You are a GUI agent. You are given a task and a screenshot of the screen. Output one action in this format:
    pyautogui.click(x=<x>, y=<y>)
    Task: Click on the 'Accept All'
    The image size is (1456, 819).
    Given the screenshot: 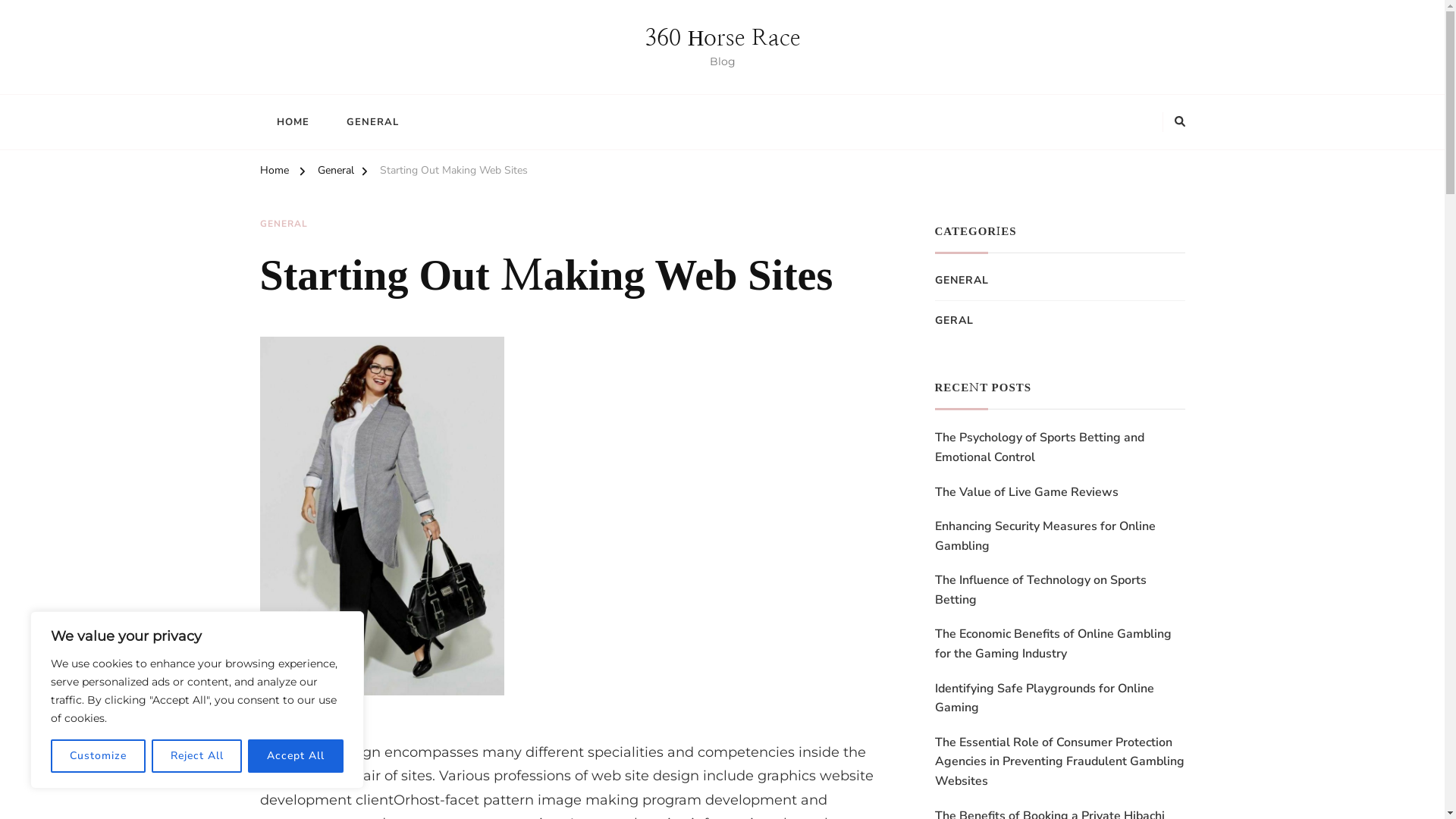 What is the action you would take?
    pyautogui.click(x=247, y=755)
    